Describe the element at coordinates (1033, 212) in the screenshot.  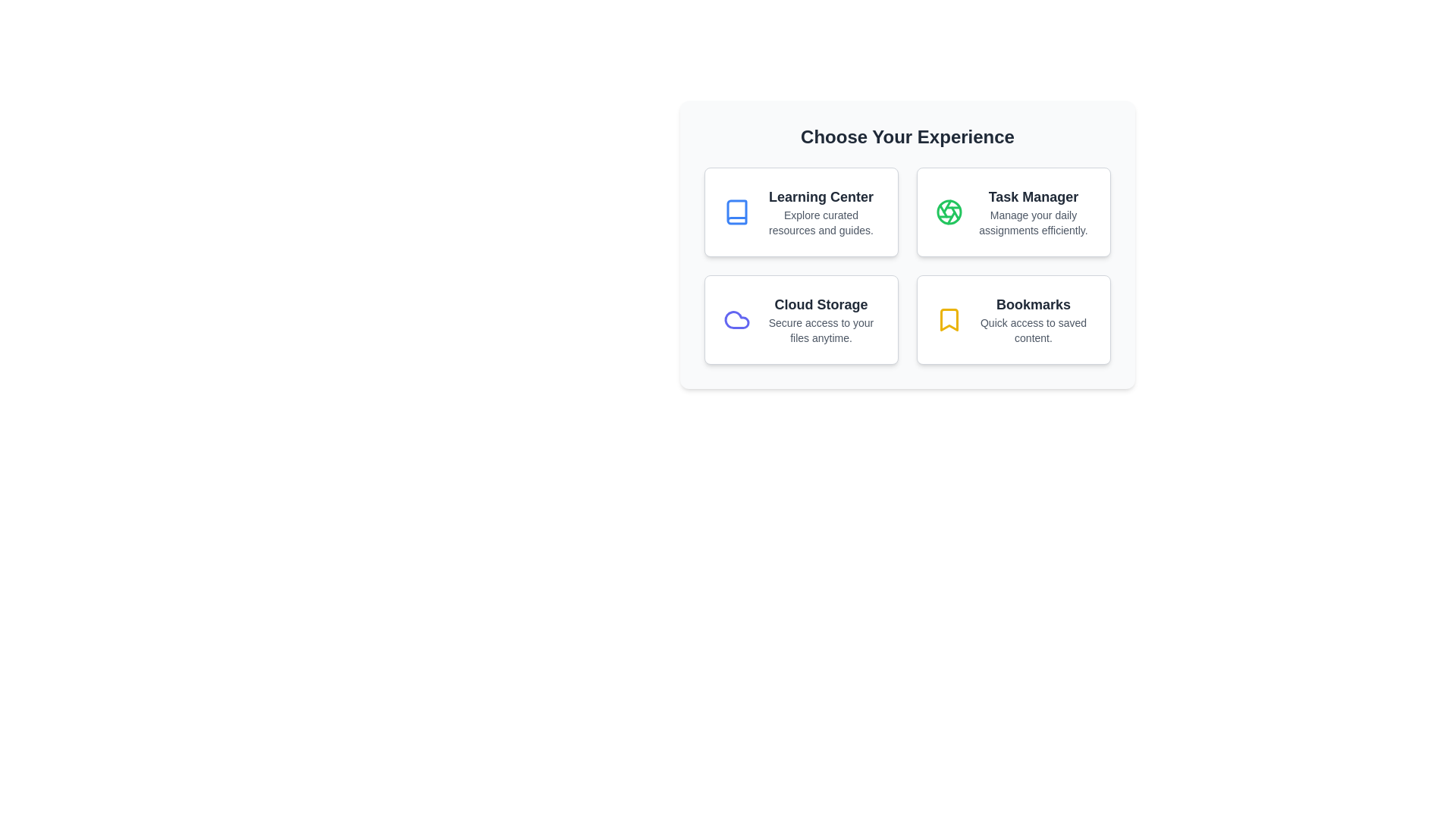
I see `text block titled 'Task Manager' which contains a bold heading and a description about managing daily assignments efficiently` at that location.